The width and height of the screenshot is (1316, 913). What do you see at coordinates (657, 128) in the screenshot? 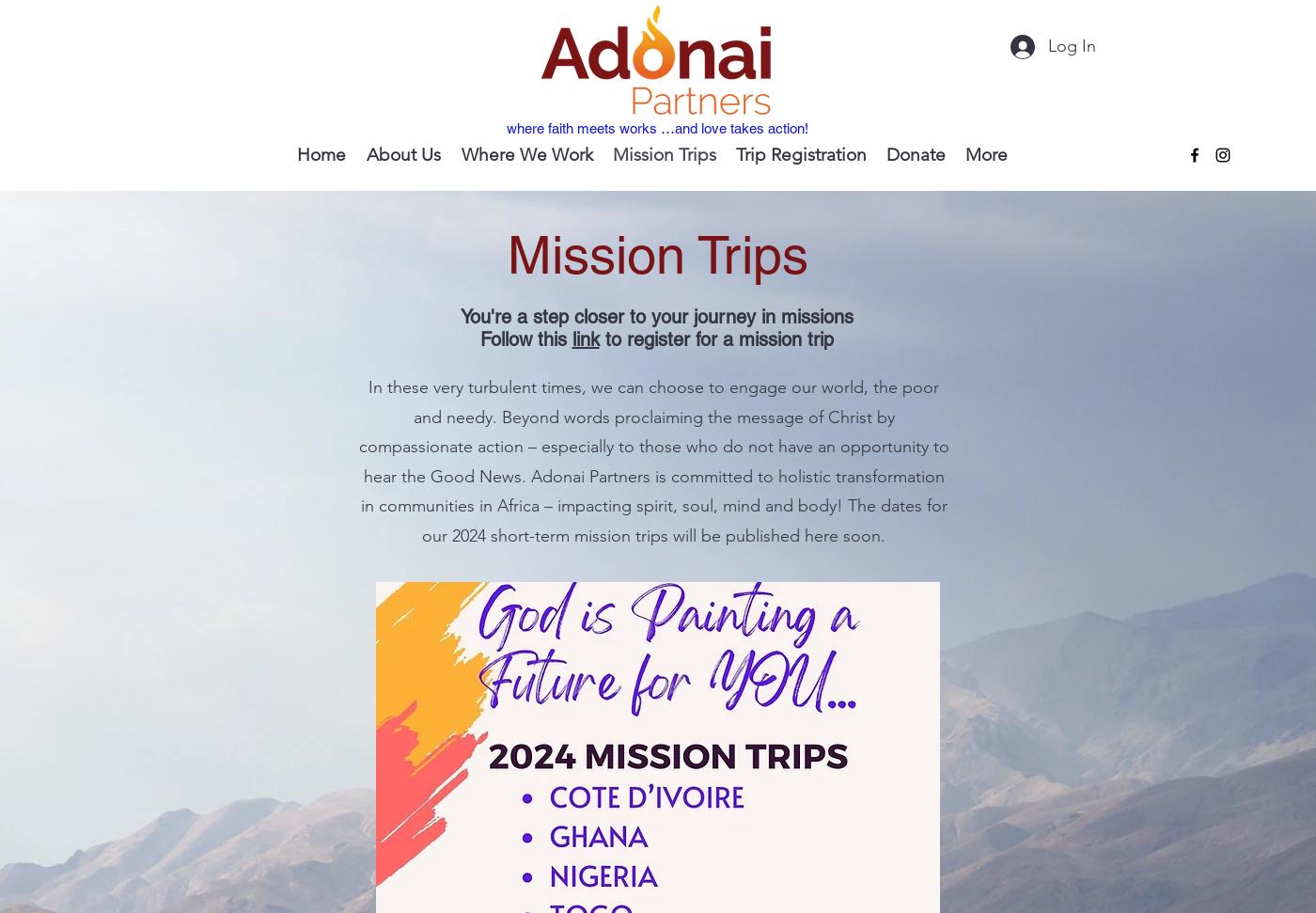
I see `'where faith meets works …and love takes action!'` at bounding box center [657, 128].